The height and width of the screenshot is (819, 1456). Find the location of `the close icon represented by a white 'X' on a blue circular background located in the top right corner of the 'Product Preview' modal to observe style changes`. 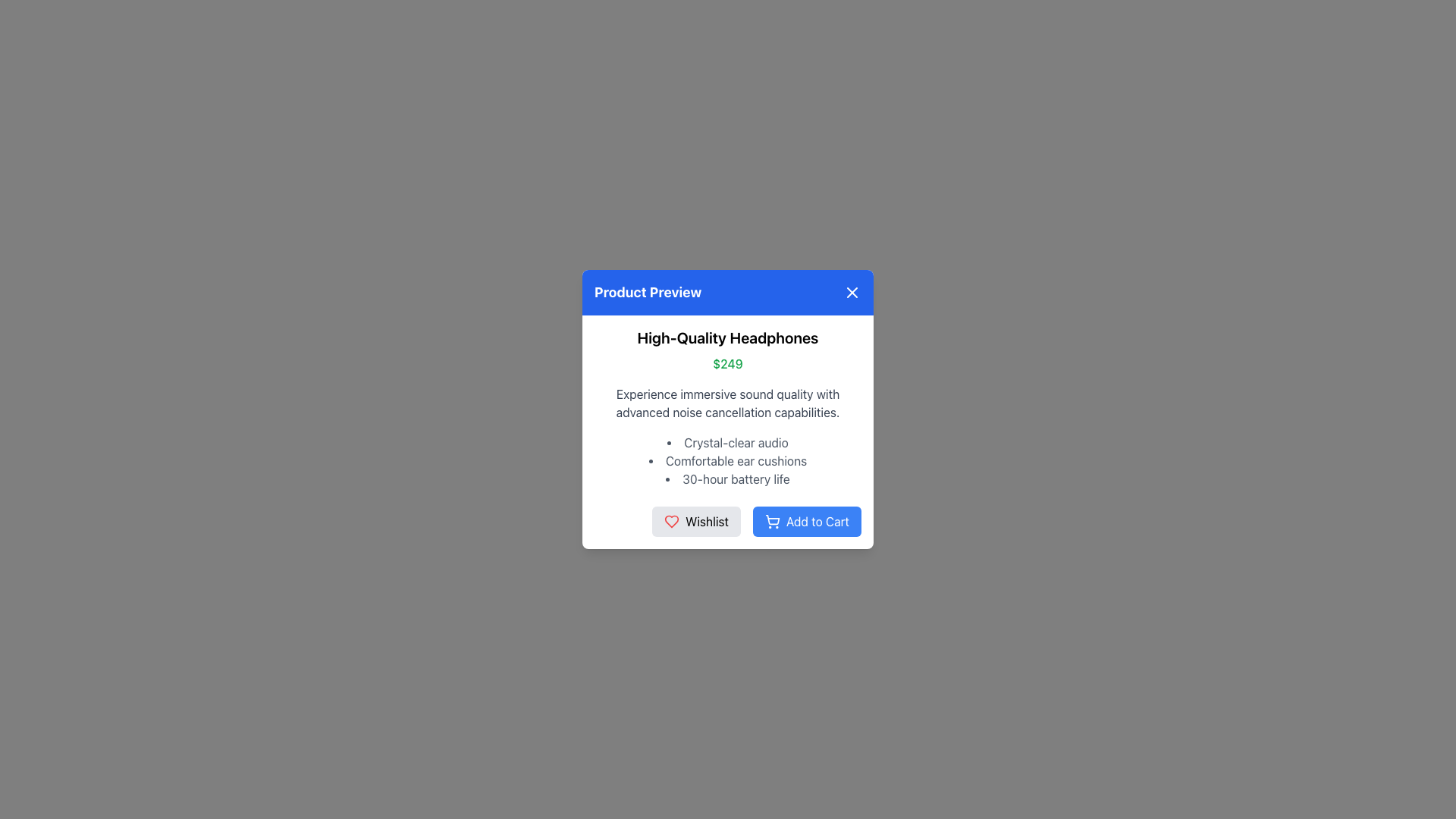

the close icon represented by a white 'X' on a blue circular background located in the top right corner of the 'Product Preview' modal to observe style changes is located at coordinates (852, 292).